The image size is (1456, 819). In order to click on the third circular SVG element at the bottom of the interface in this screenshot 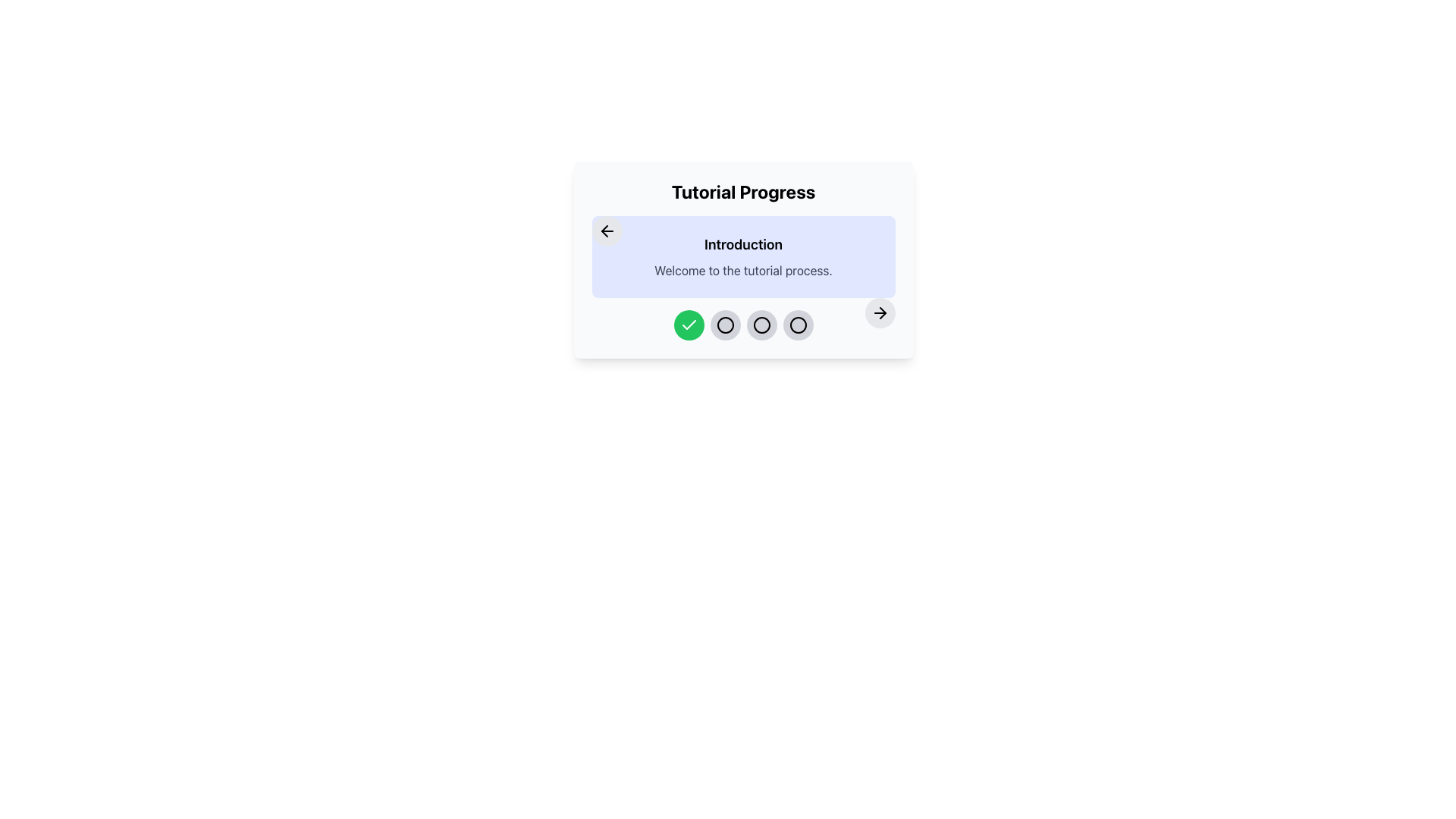, I will do `click(797, 324)`.